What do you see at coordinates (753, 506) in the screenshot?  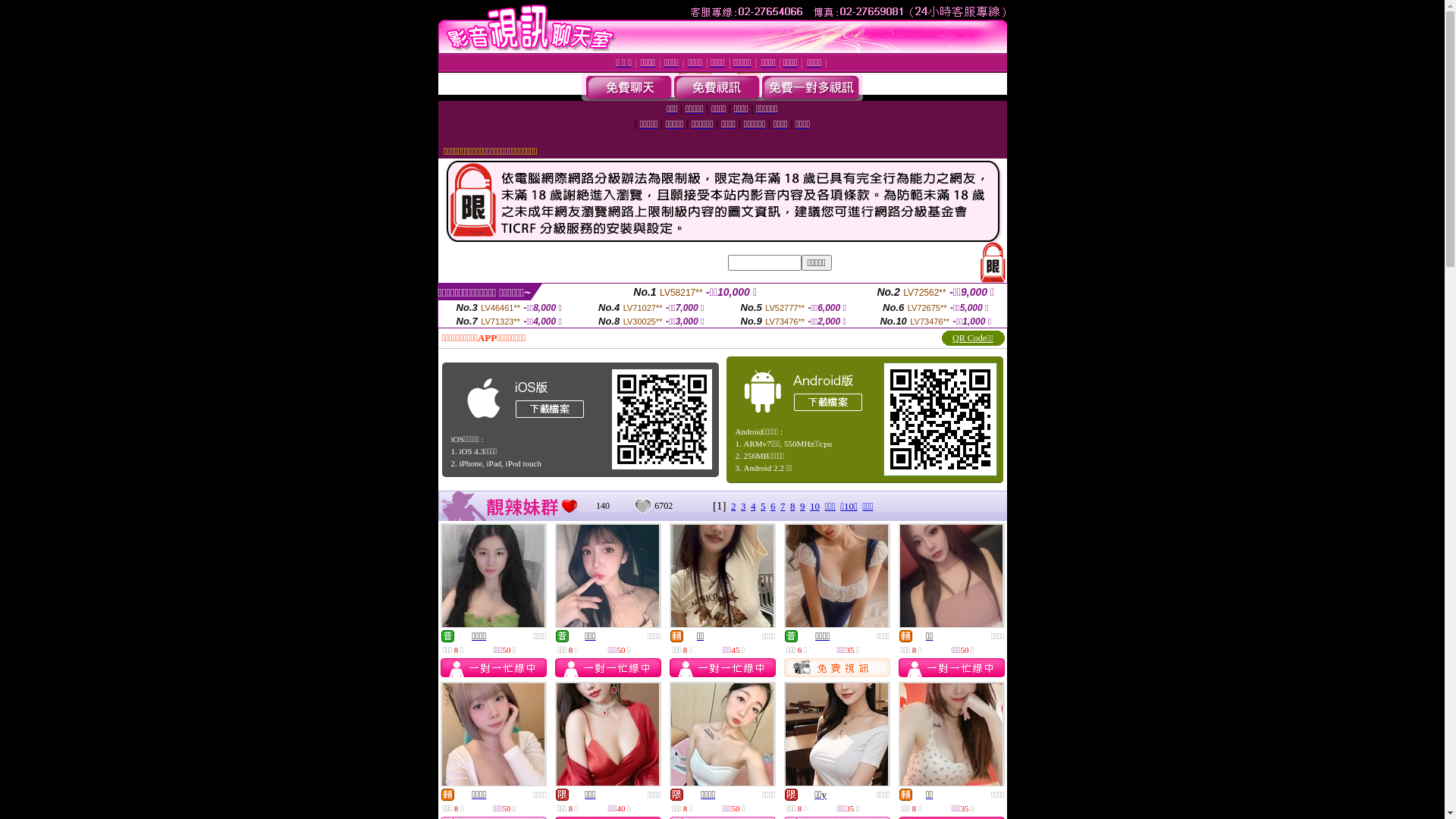 I see `'4'` at bounding box center [753, 506].